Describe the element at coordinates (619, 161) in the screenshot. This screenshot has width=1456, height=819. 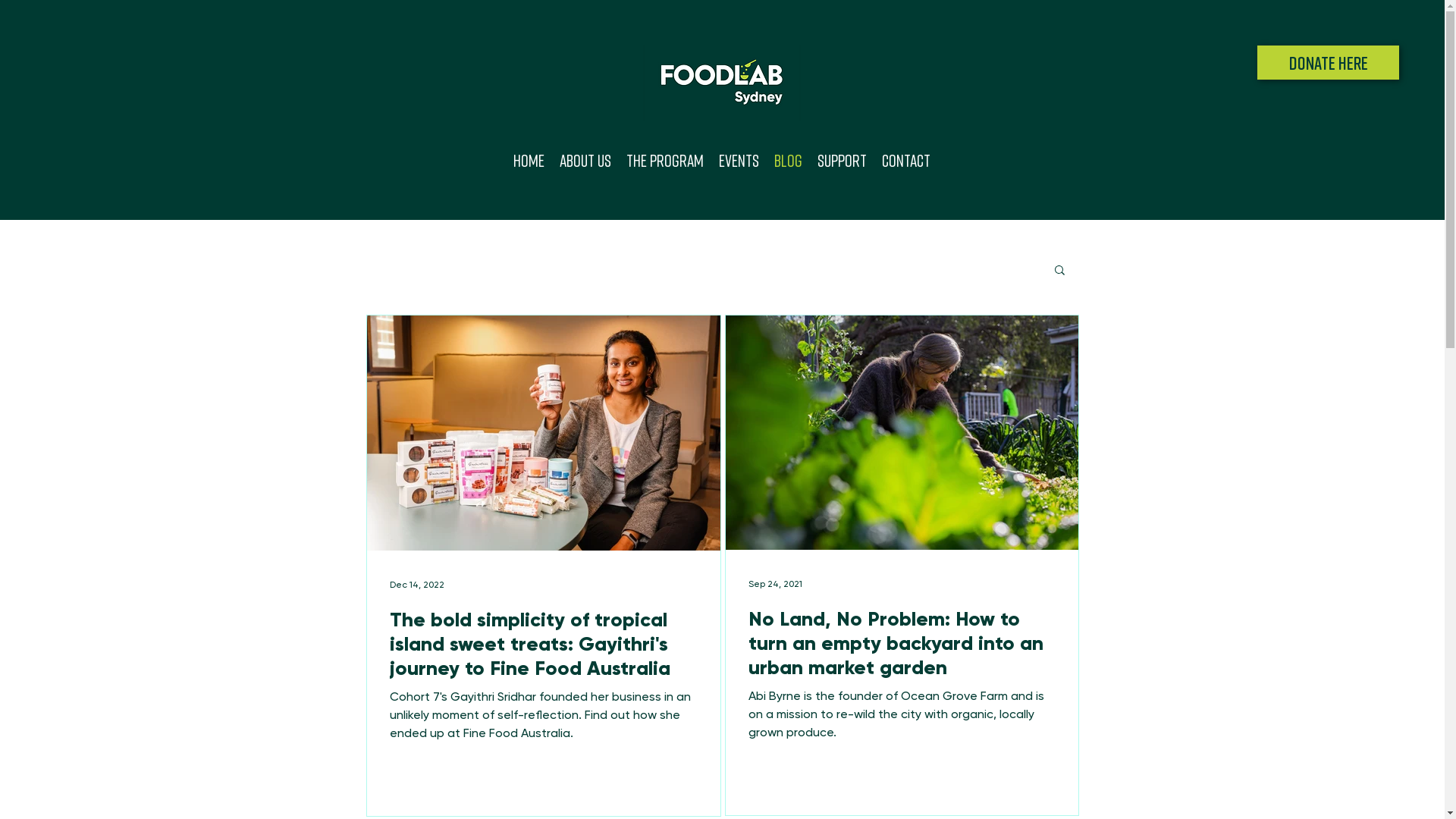
I see `'The Program'` at that location.